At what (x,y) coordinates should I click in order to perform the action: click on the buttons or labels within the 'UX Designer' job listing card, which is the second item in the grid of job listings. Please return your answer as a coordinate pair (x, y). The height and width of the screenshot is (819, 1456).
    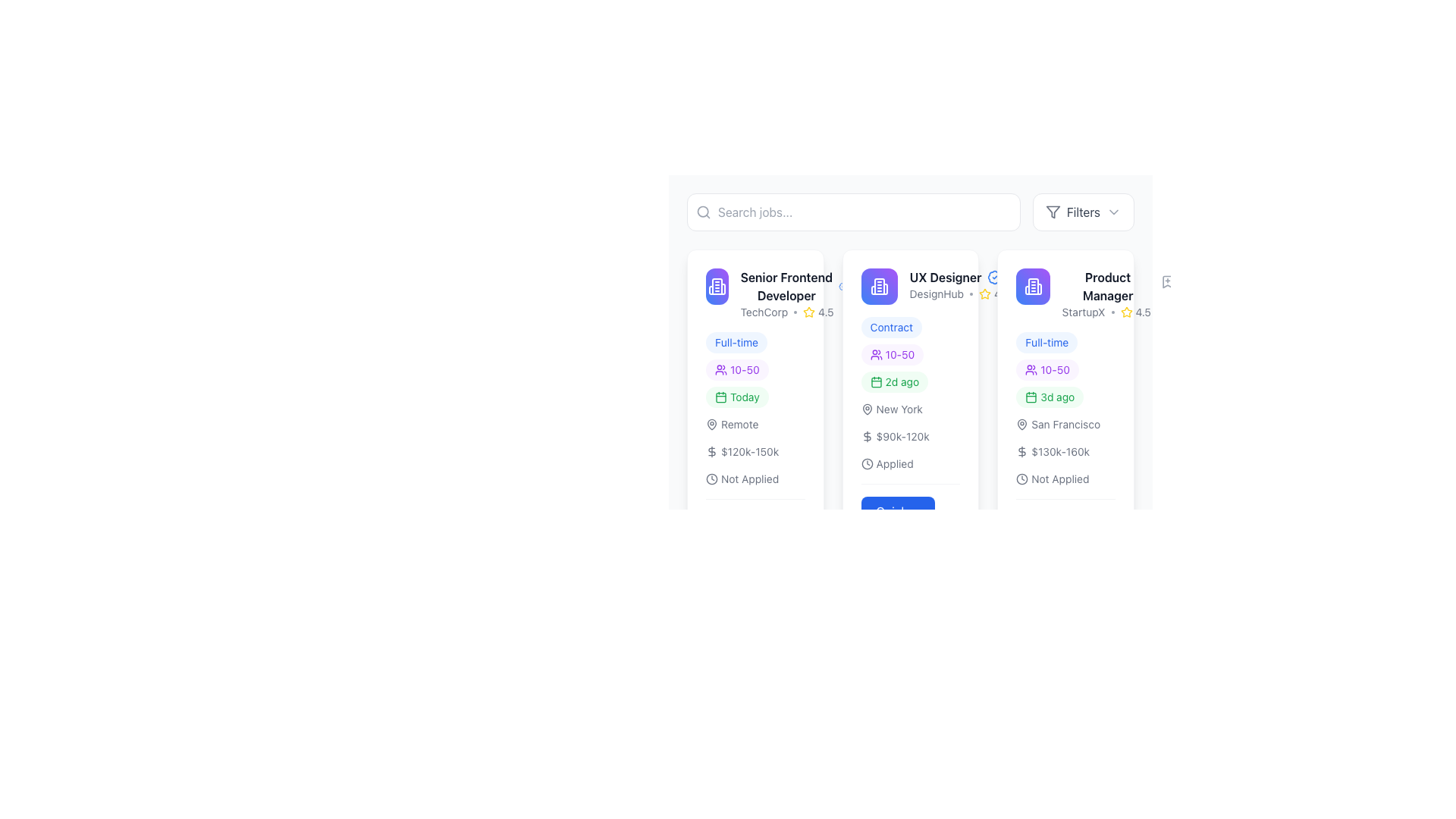
    Looking at the image, I should click on (910, 414).